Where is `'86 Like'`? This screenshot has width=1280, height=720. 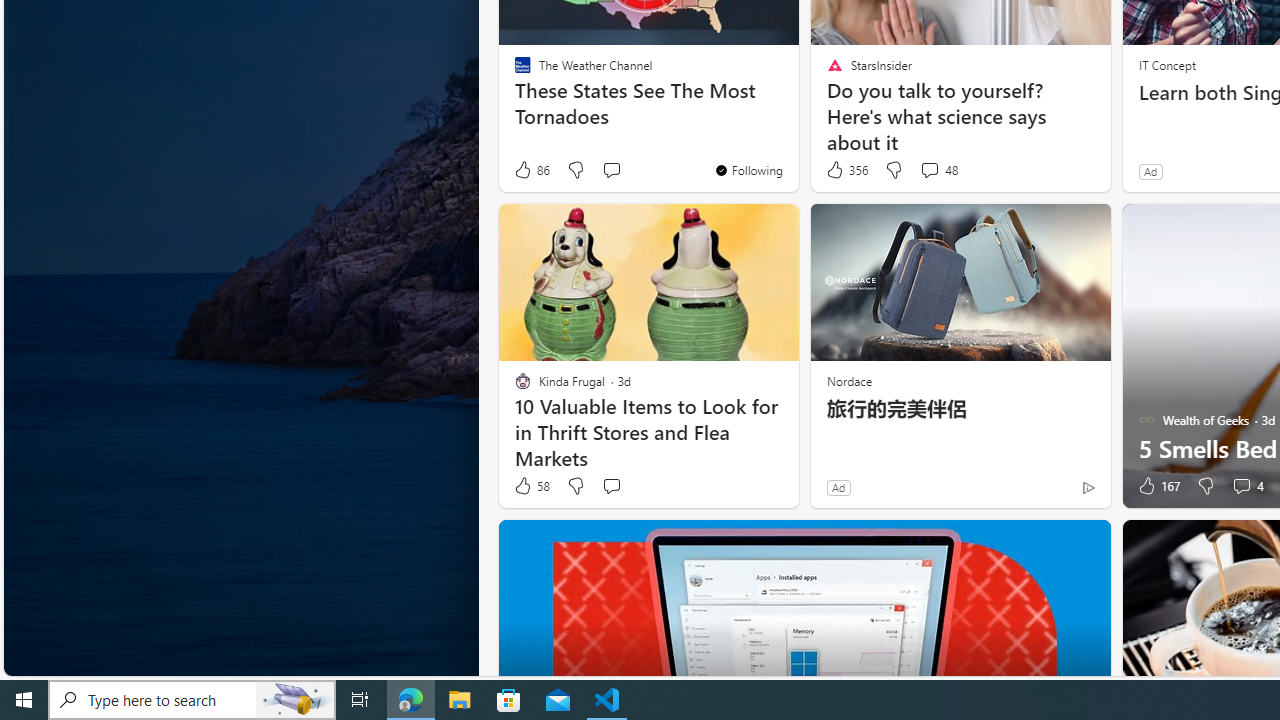 '86 Like' is located at coordinates (531, 169).